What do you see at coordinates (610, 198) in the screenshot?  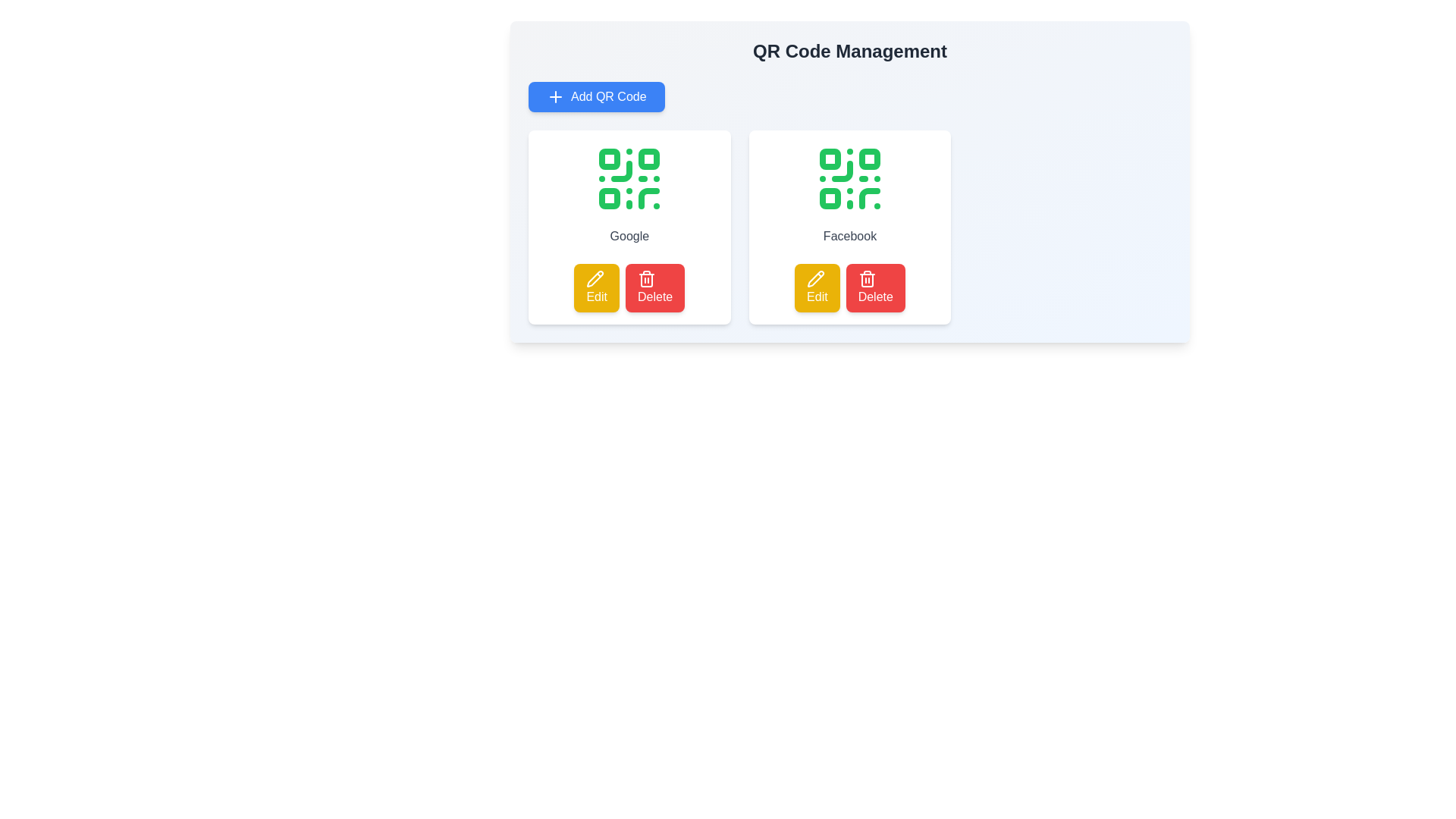 I see `the Icon fragment that visually represents a part of the QR code design for 'Google', located in the left card under 'QR Code Management'` at bounding box center [610, 198].